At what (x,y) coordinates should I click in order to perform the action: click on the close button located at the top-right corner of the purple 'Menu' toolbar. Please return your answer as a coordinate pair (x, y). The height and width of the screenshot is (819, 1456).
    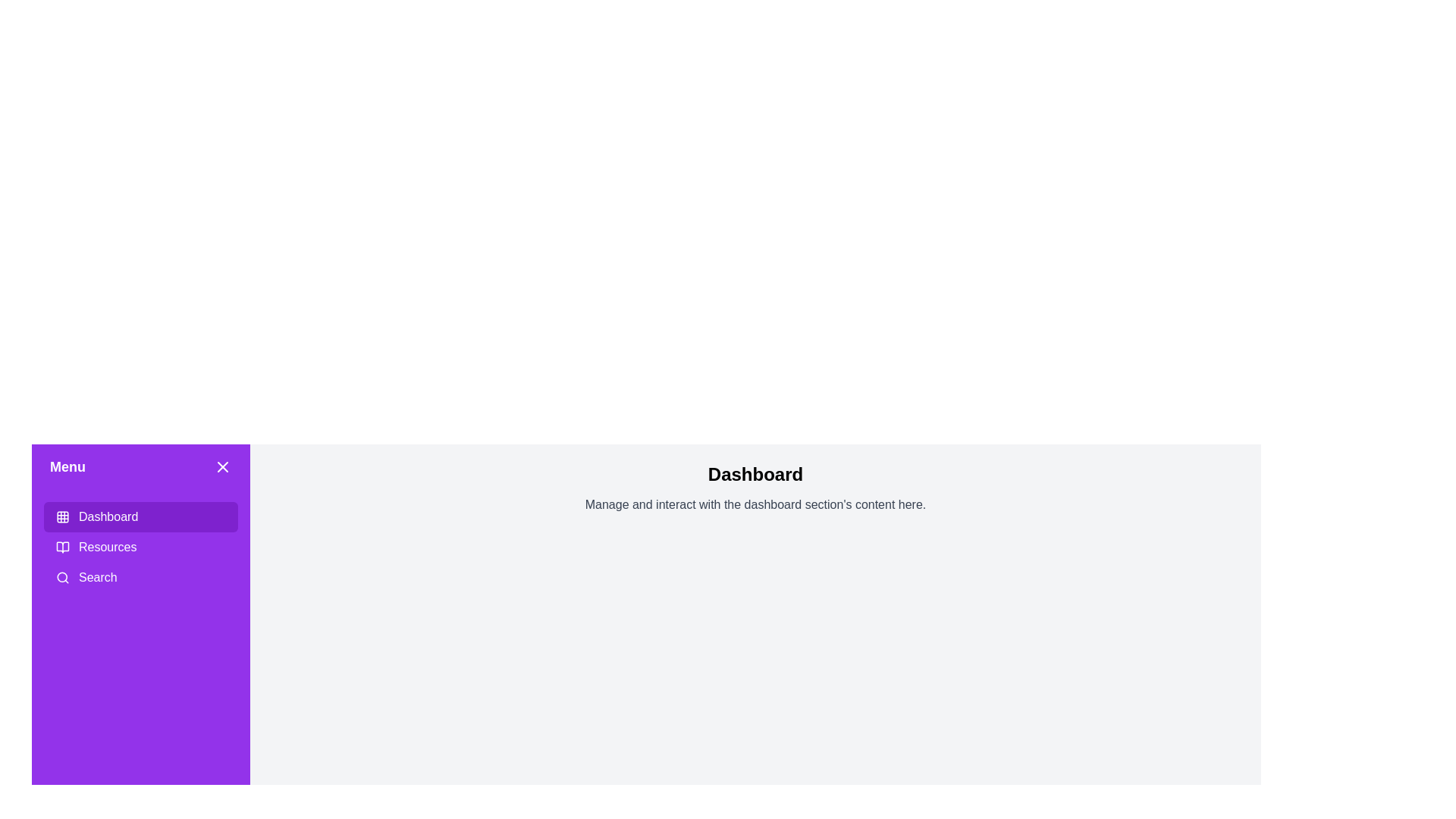
    Looking at the image, I should click on (221, 466).